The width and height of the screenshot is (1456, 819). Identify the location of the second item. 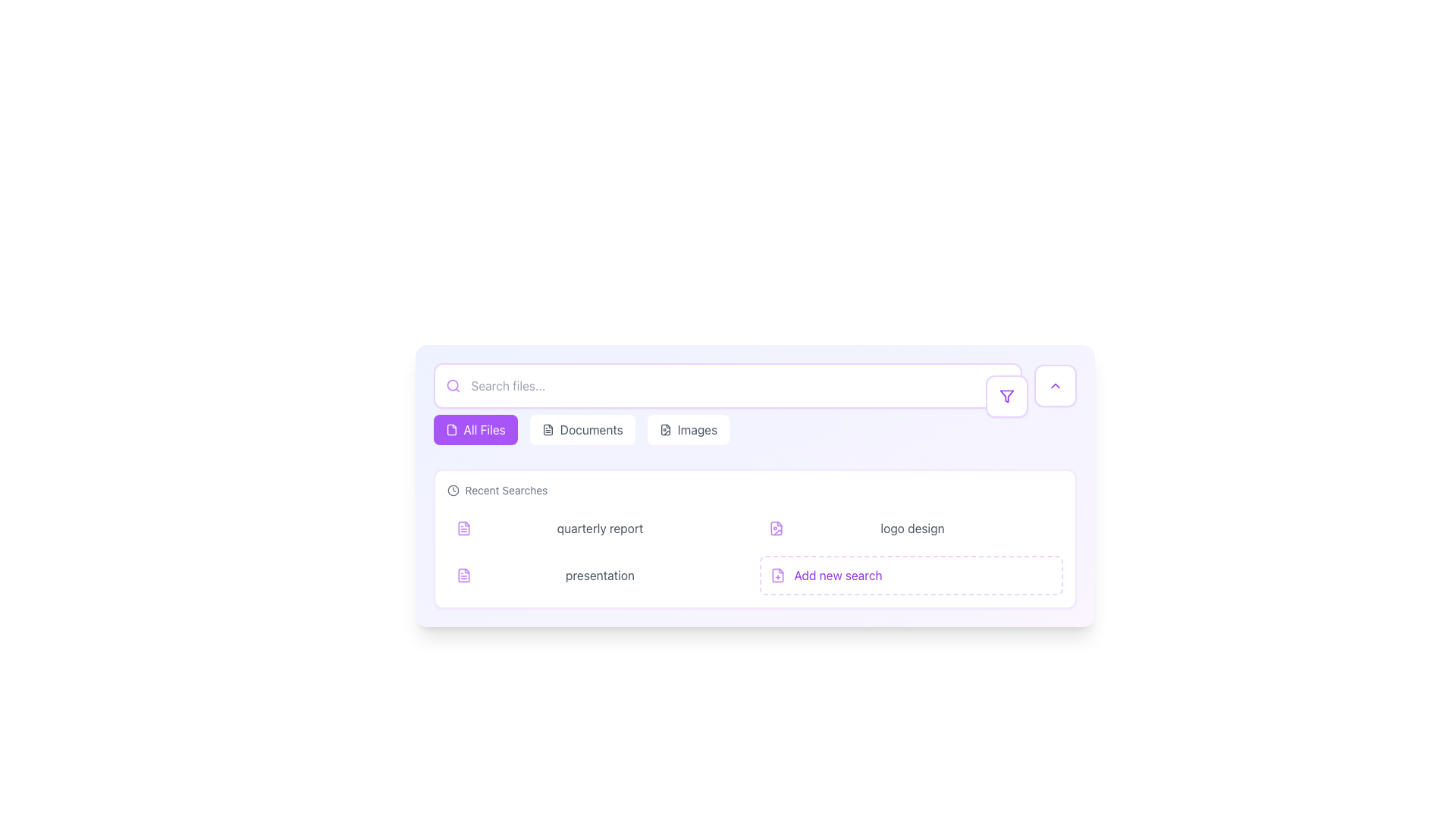
(910, 528).